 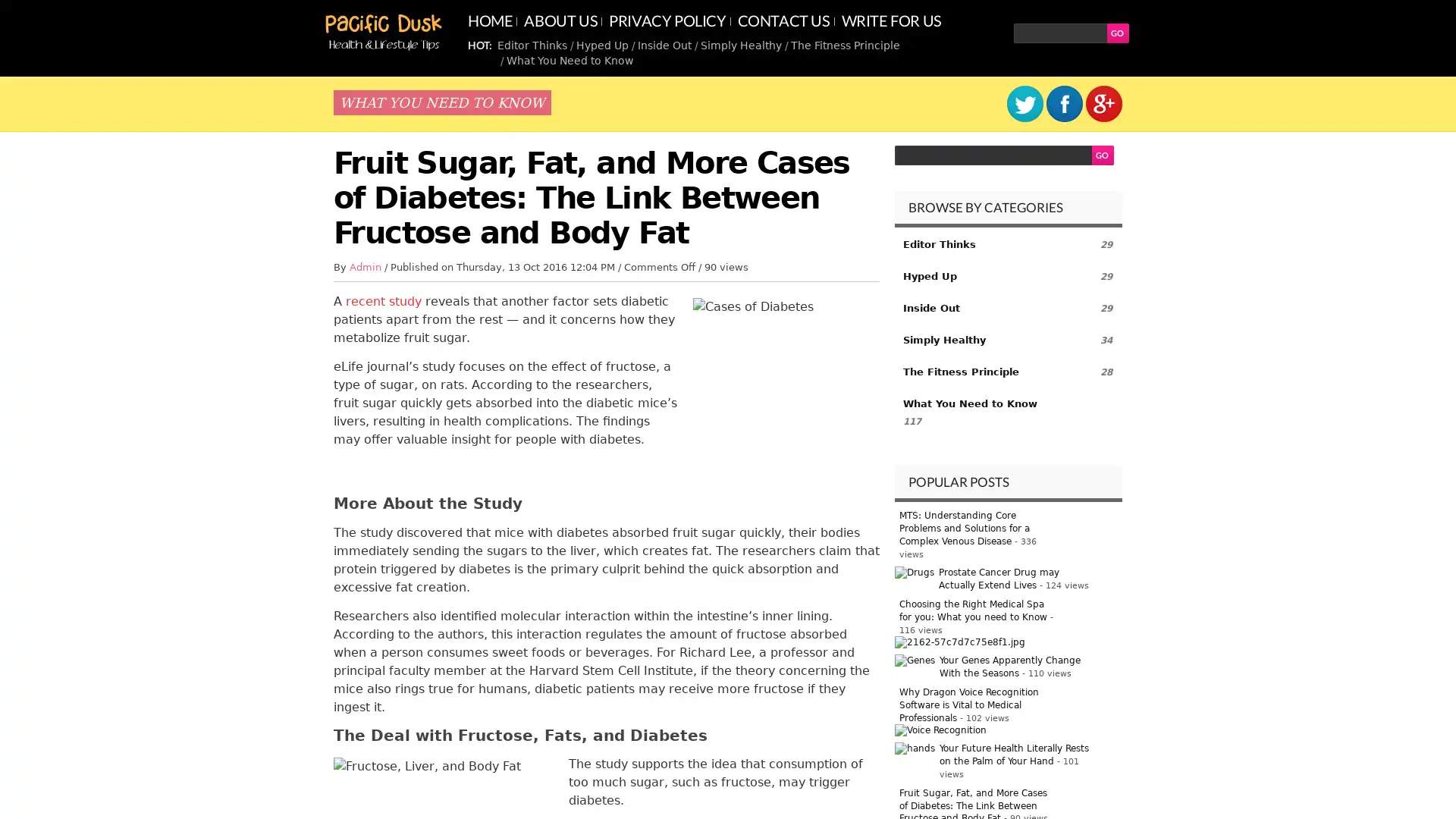 What do you see at coordinates (1118, 33) in the screenshot?
I see `GO` at bounding box center [1118, 33].